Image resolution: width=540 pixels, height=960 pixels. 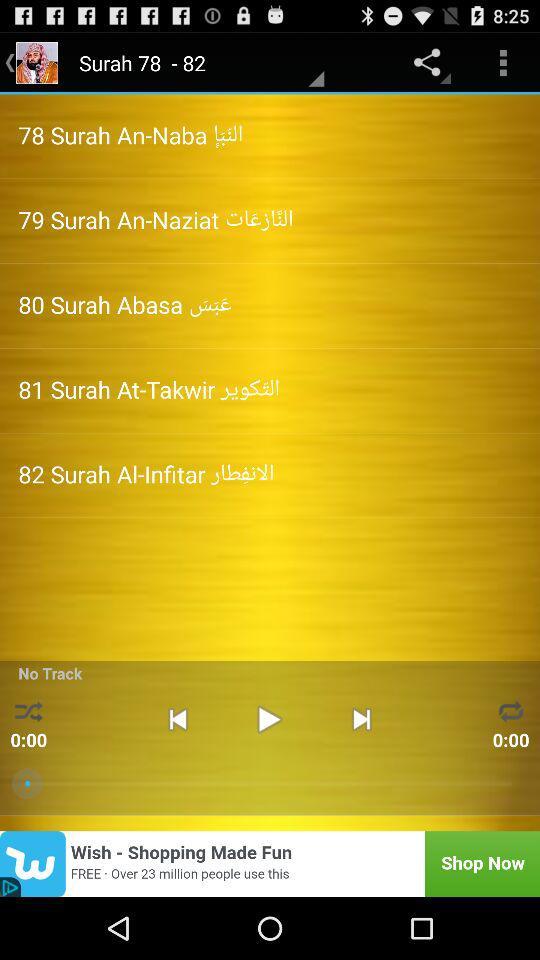 What do you see at coordinates (360, 768) in the screenshot?
I see `the skip_next icon` at bounding box center [360, 768].